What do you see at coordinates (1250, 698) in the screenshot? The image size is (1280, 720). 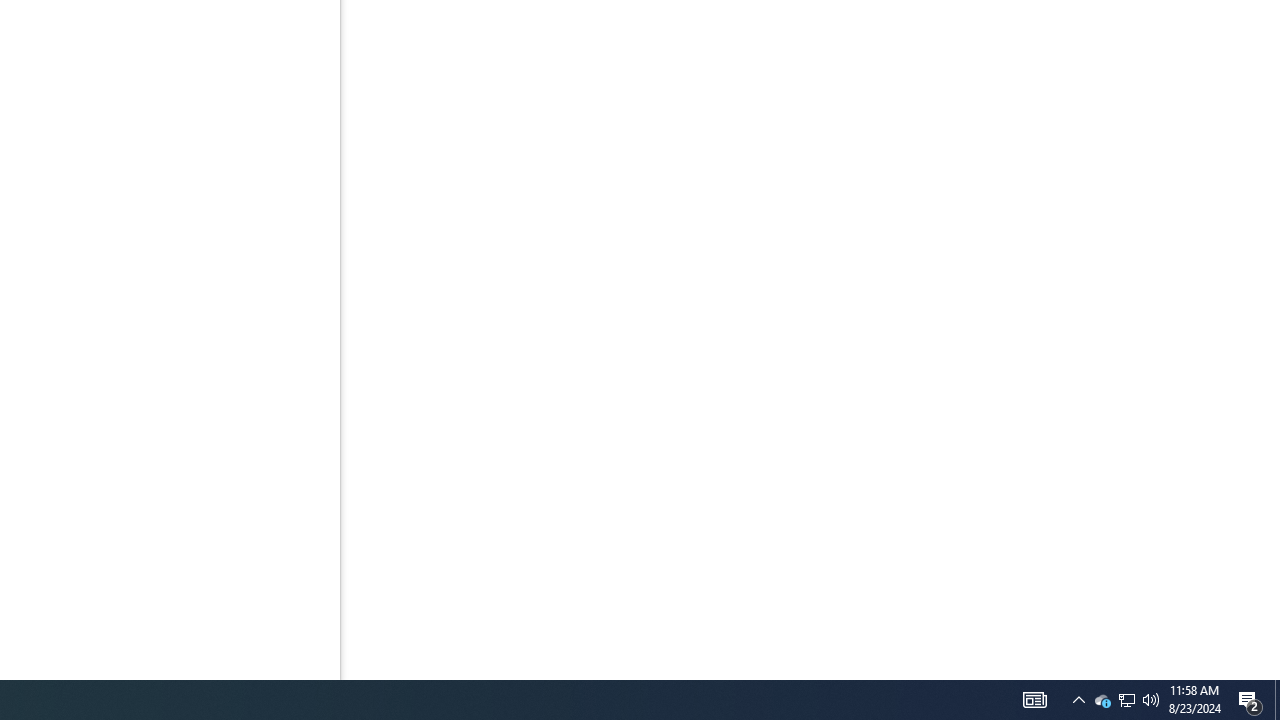 I see `'Action Center, 2 new notifications'` at bounding box center [1250, 698].